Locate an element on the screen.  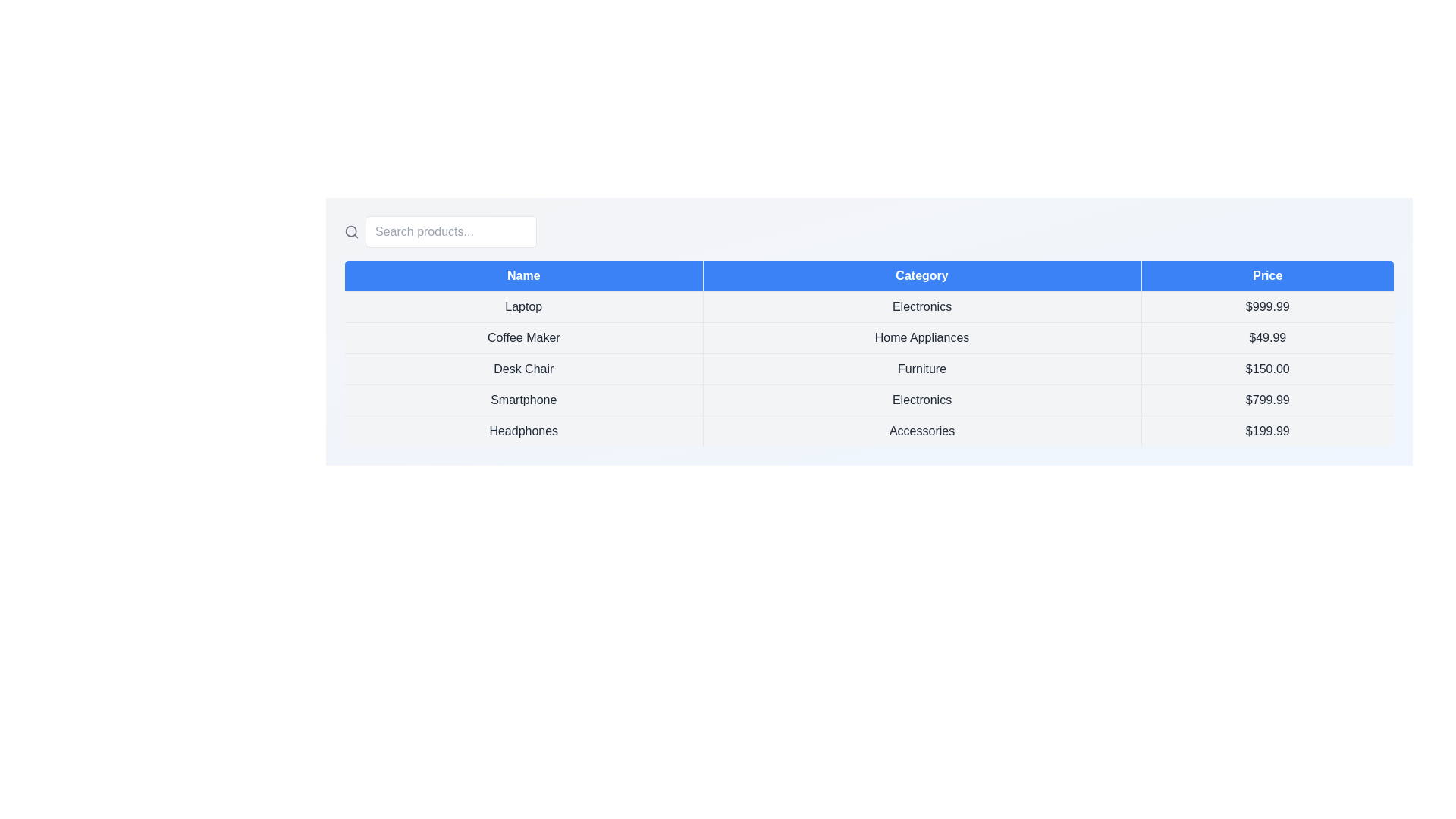
the text label displaying 'Desk Chair' in the second column of the table, which is the third row under the 'Name' header is located at coordinates (523, 369).